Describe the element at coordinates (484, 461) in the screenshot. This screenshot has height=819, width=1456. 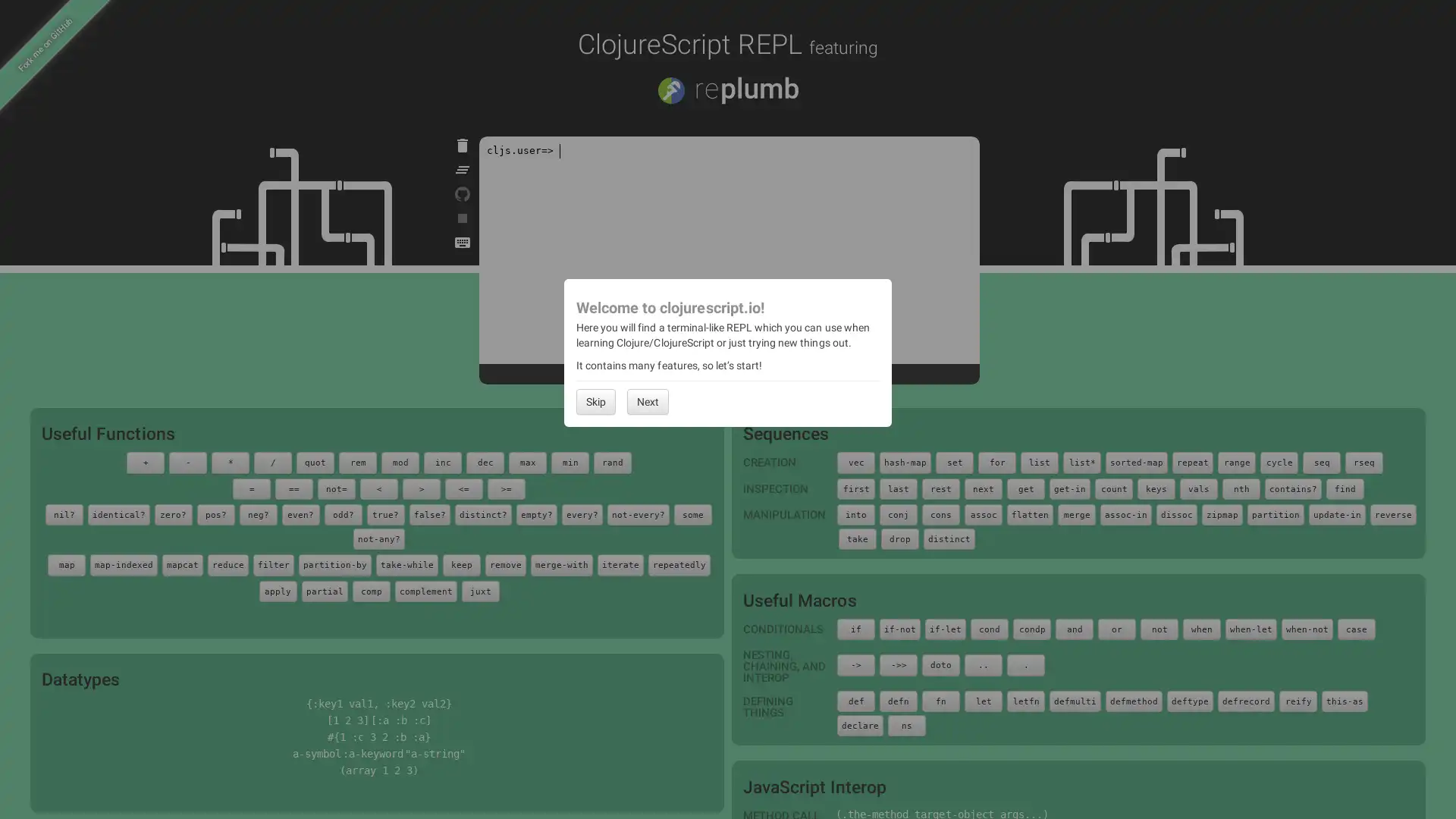
I see `dec` at that location.